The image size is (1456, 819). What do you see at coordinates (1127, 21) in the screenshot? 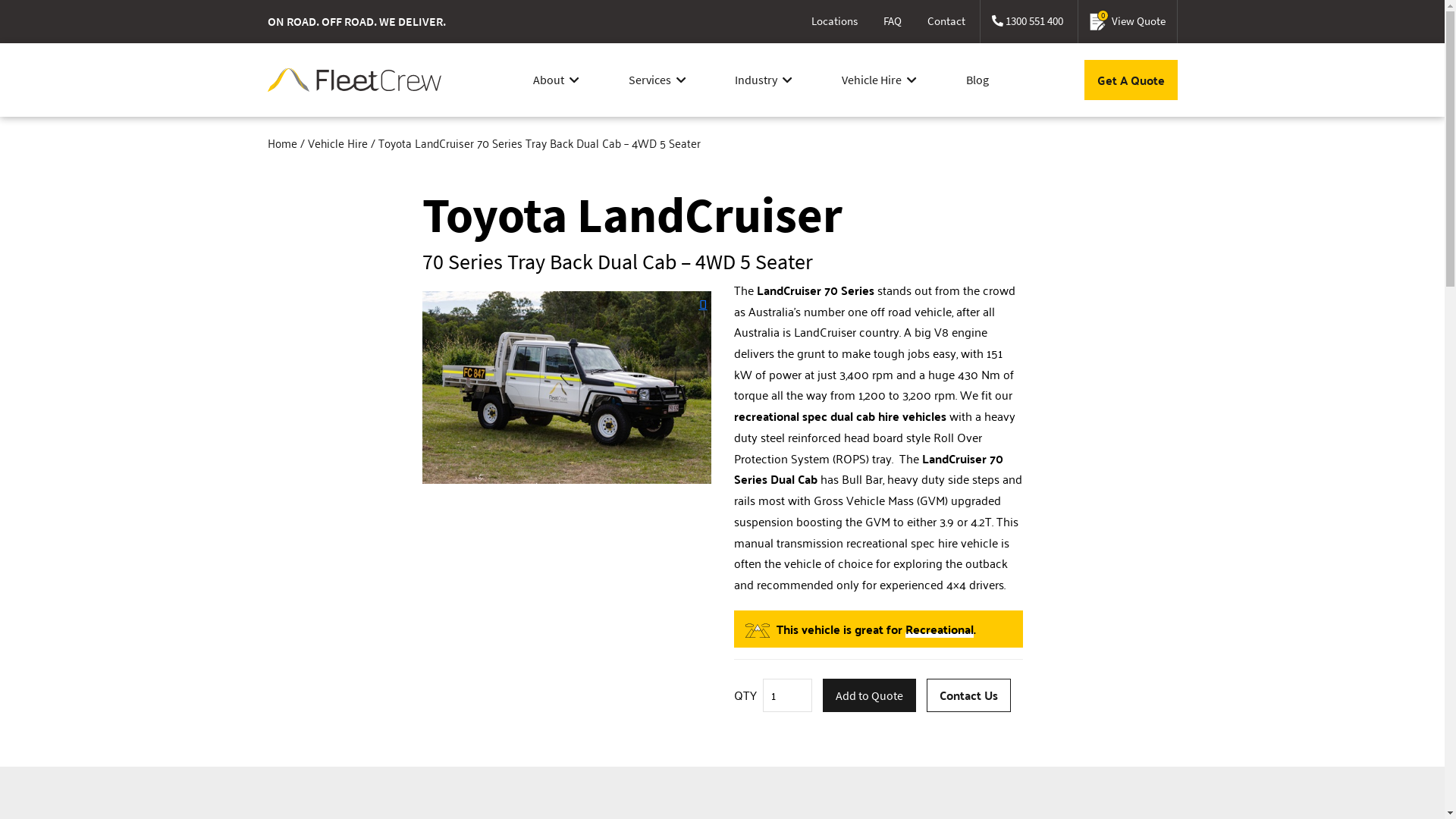
I see `'0` at bounding box center [1127, 21].